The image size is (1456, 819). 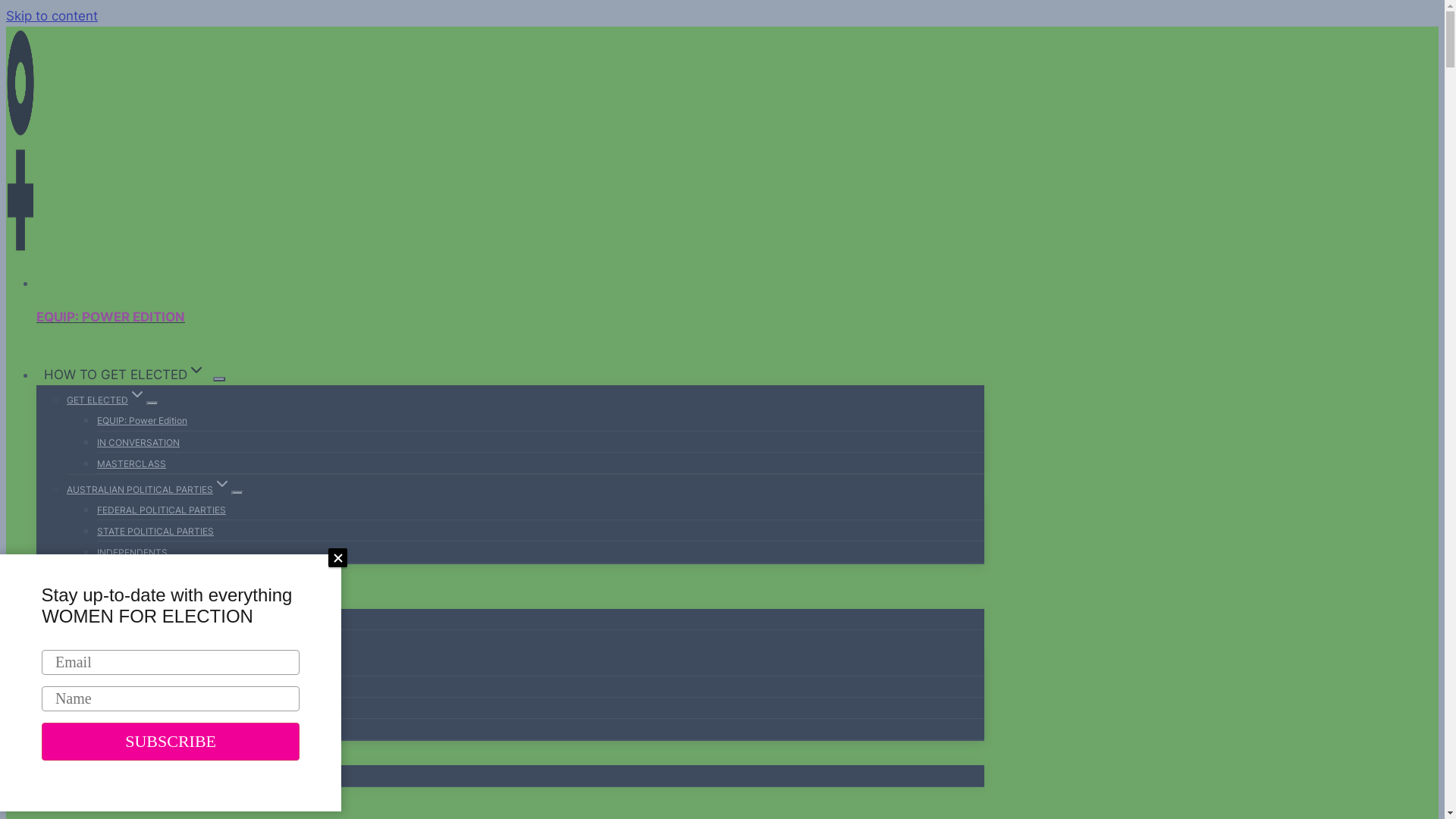 I want to click on 'MEDIA', so click(x=80, y=776).